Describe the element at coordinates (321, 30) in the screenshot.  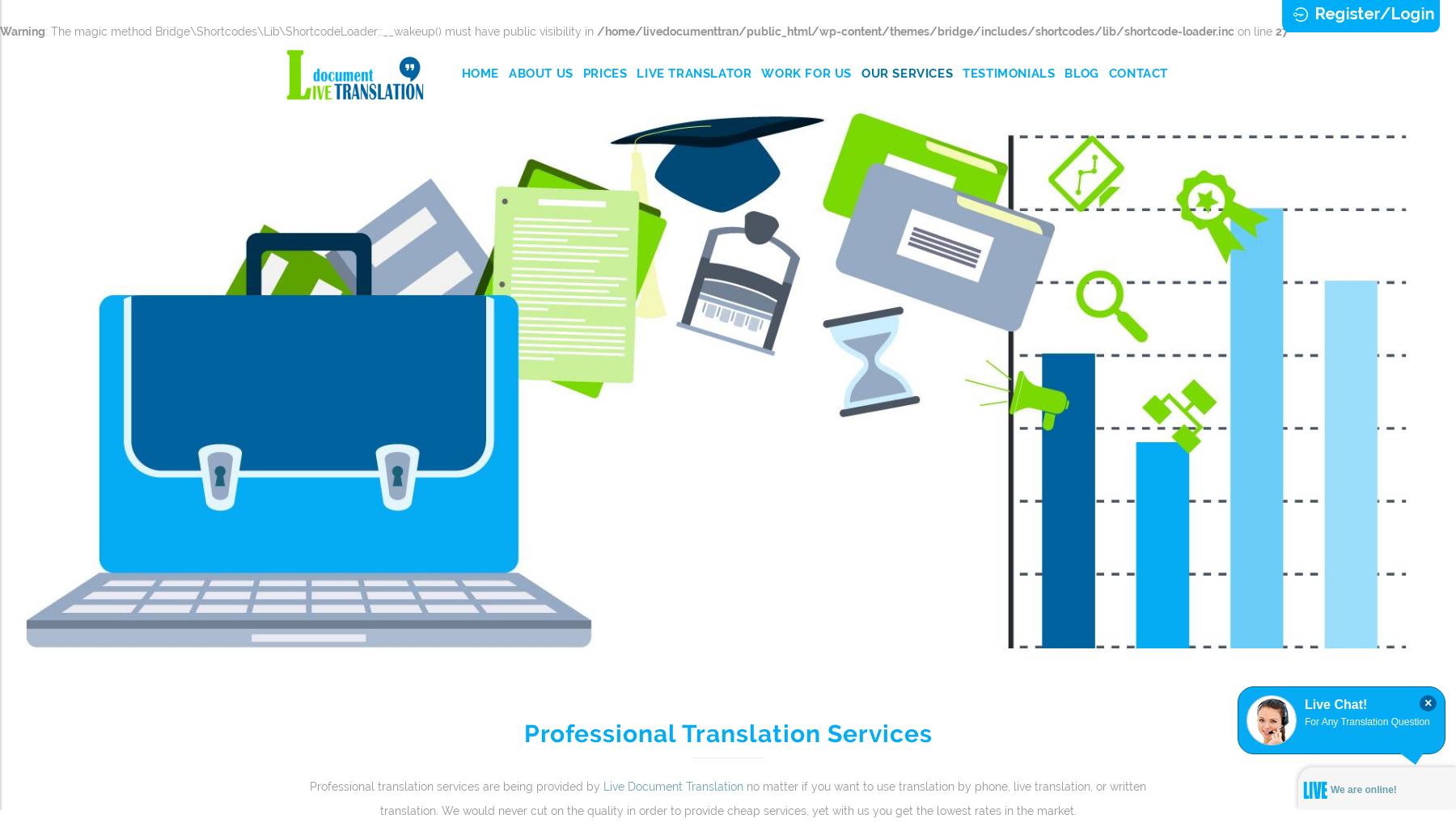
I see `':  The magic method Bridge\Shortcodes\Lib\ShortcodeLoader::__wakeup() must have public visibility in'` at that location.